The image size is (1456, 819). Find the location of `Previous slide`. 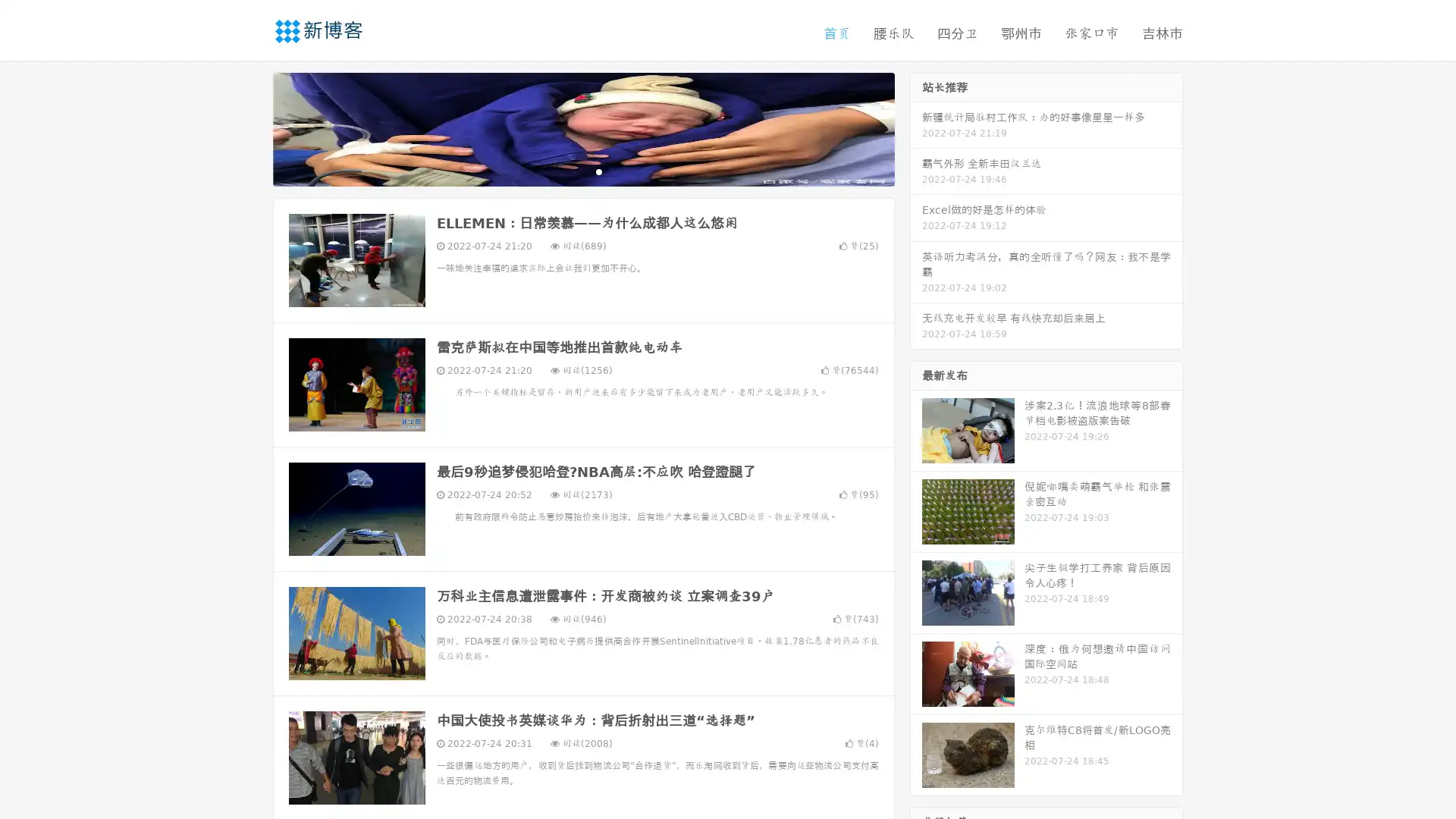

Previous slide is located at coordinates (250, 127).